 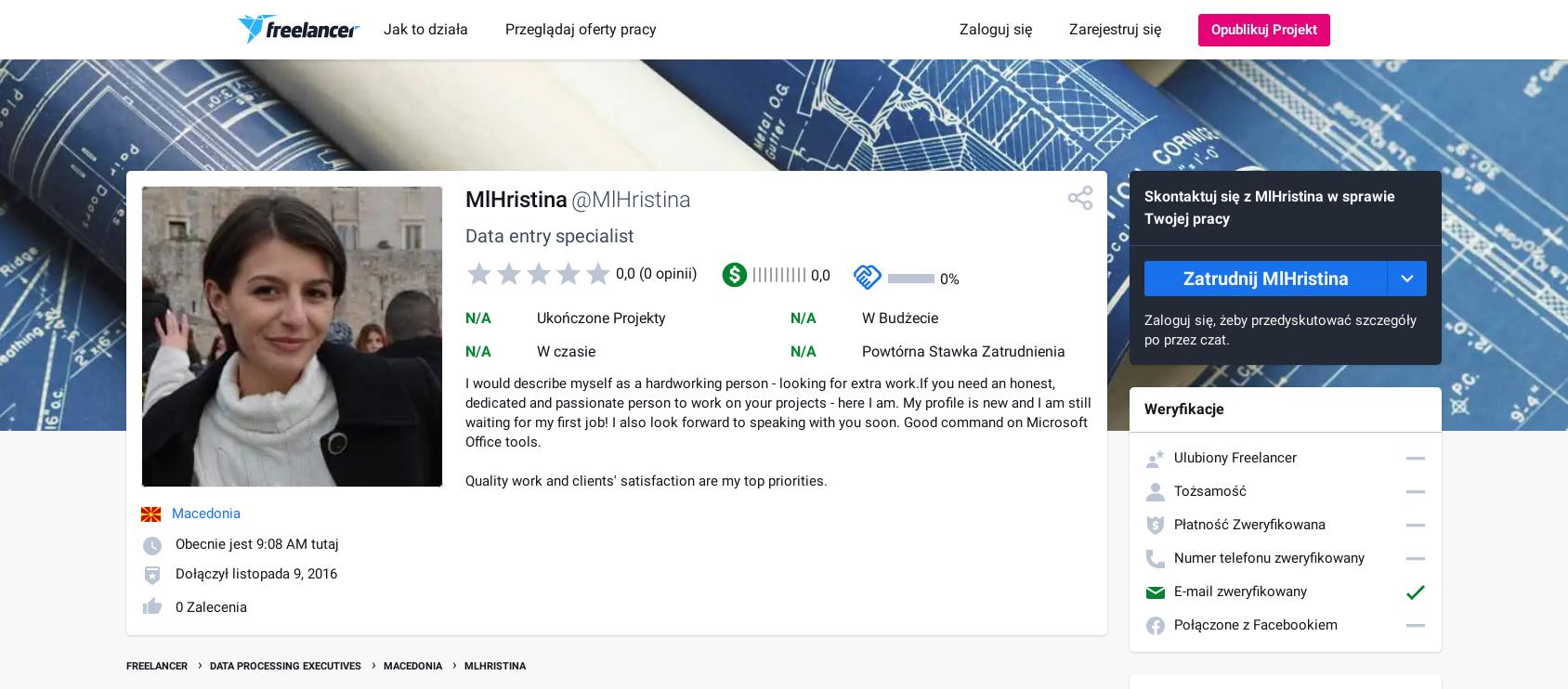 I want to click on 'Obecnie jest 9:08 AM tutaj', so click(x=256, y=541).